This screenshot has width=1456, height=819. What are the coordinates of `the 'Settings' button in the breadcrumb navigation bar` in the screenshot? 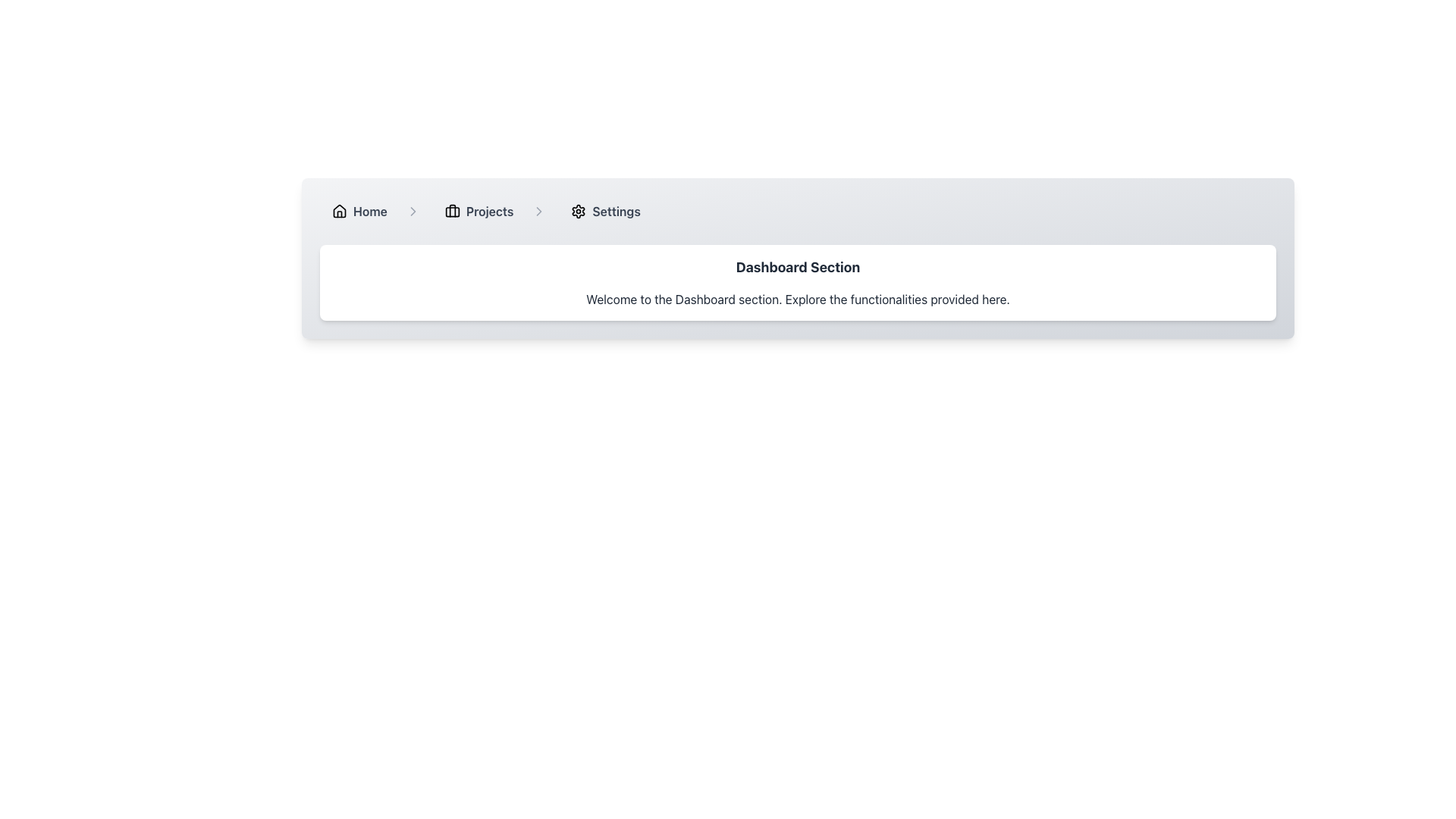 It's located at (605, 211).